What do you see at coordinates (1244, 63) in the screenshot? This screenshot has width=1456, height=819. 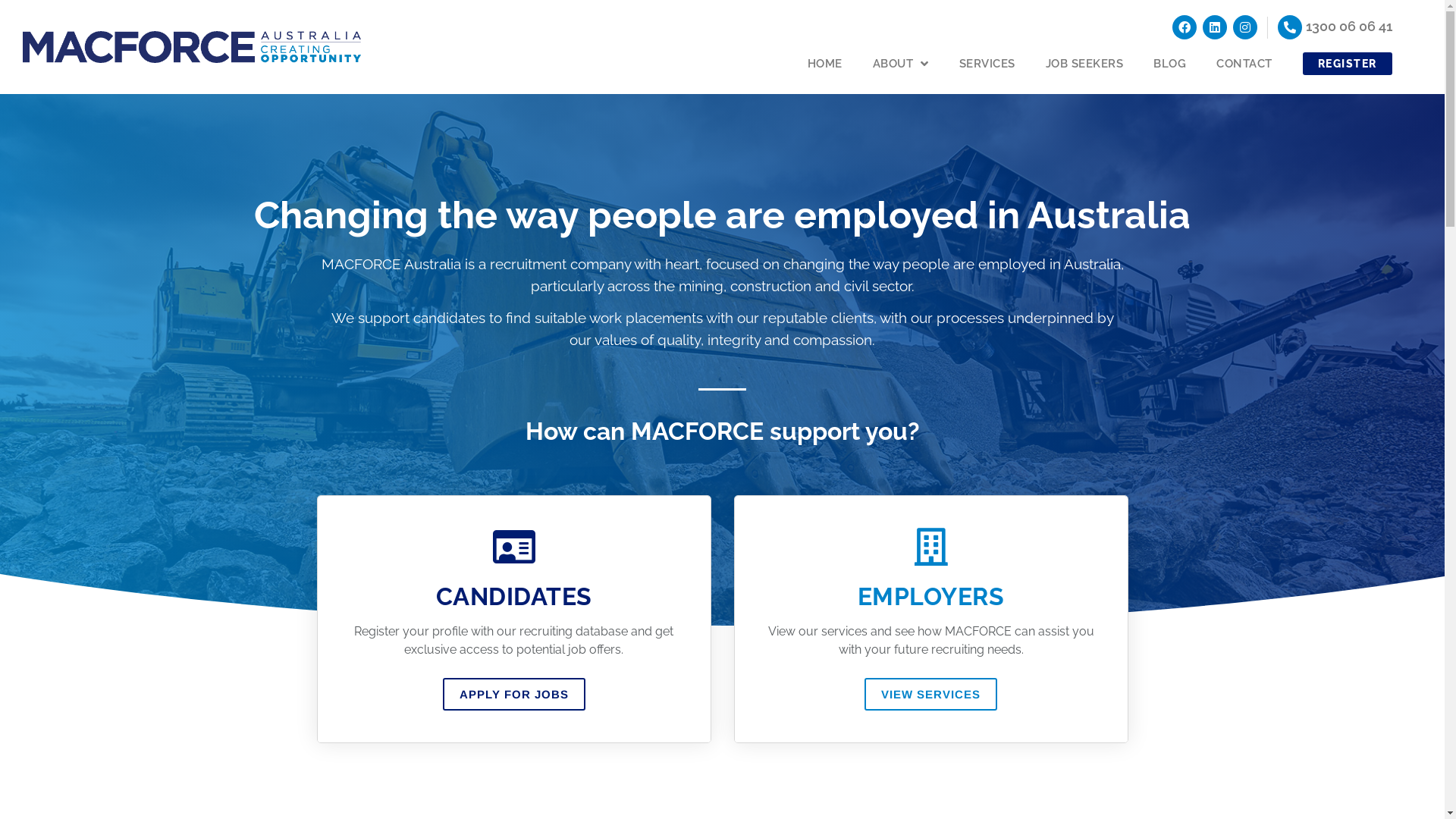 I see `'CONTACT'` at bounding box center [1244, 63].